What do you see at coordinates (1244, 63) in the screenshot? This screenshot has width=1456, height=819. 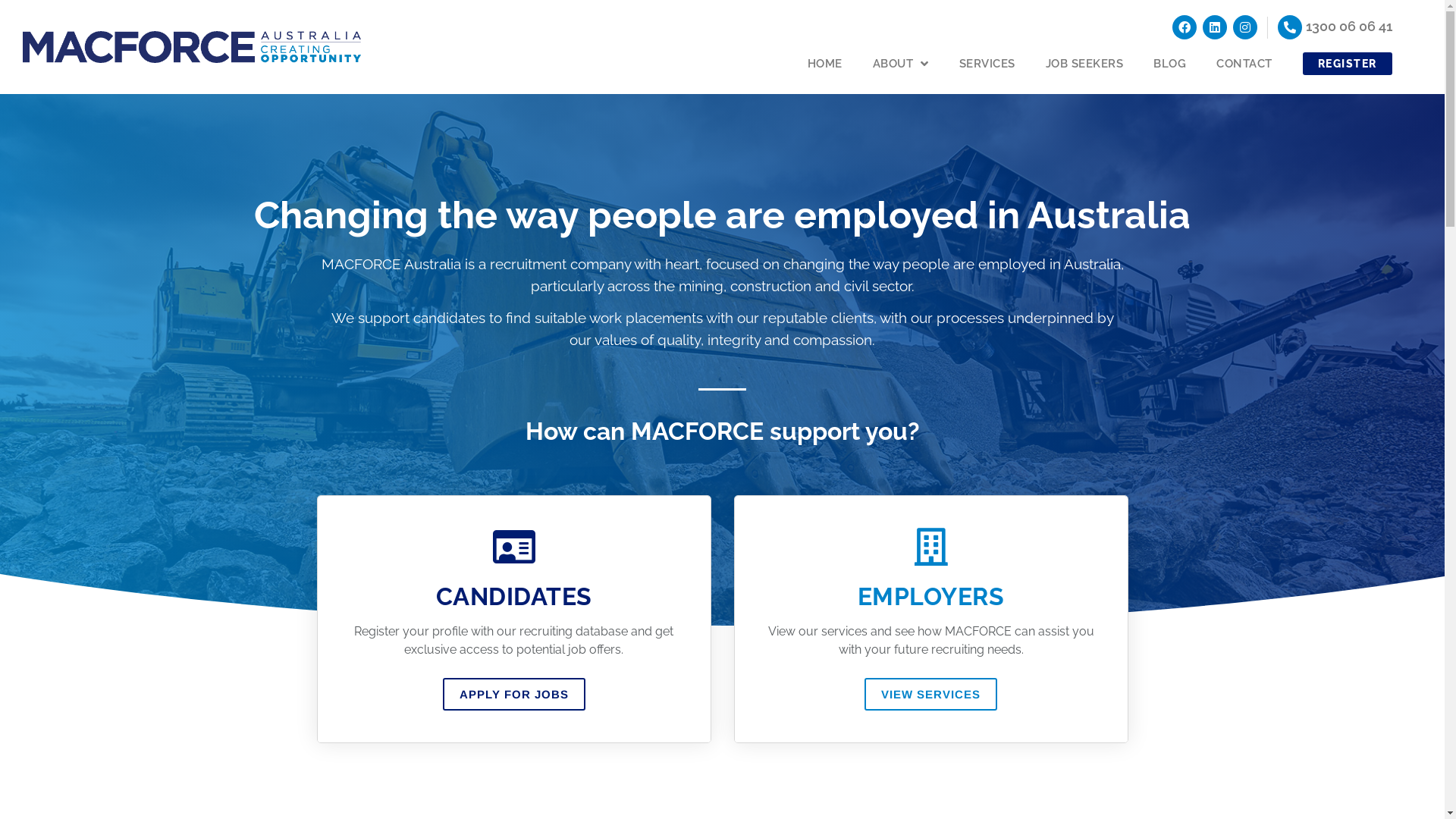 I see `'CONTACT'` at bounding box center [1244, 63].